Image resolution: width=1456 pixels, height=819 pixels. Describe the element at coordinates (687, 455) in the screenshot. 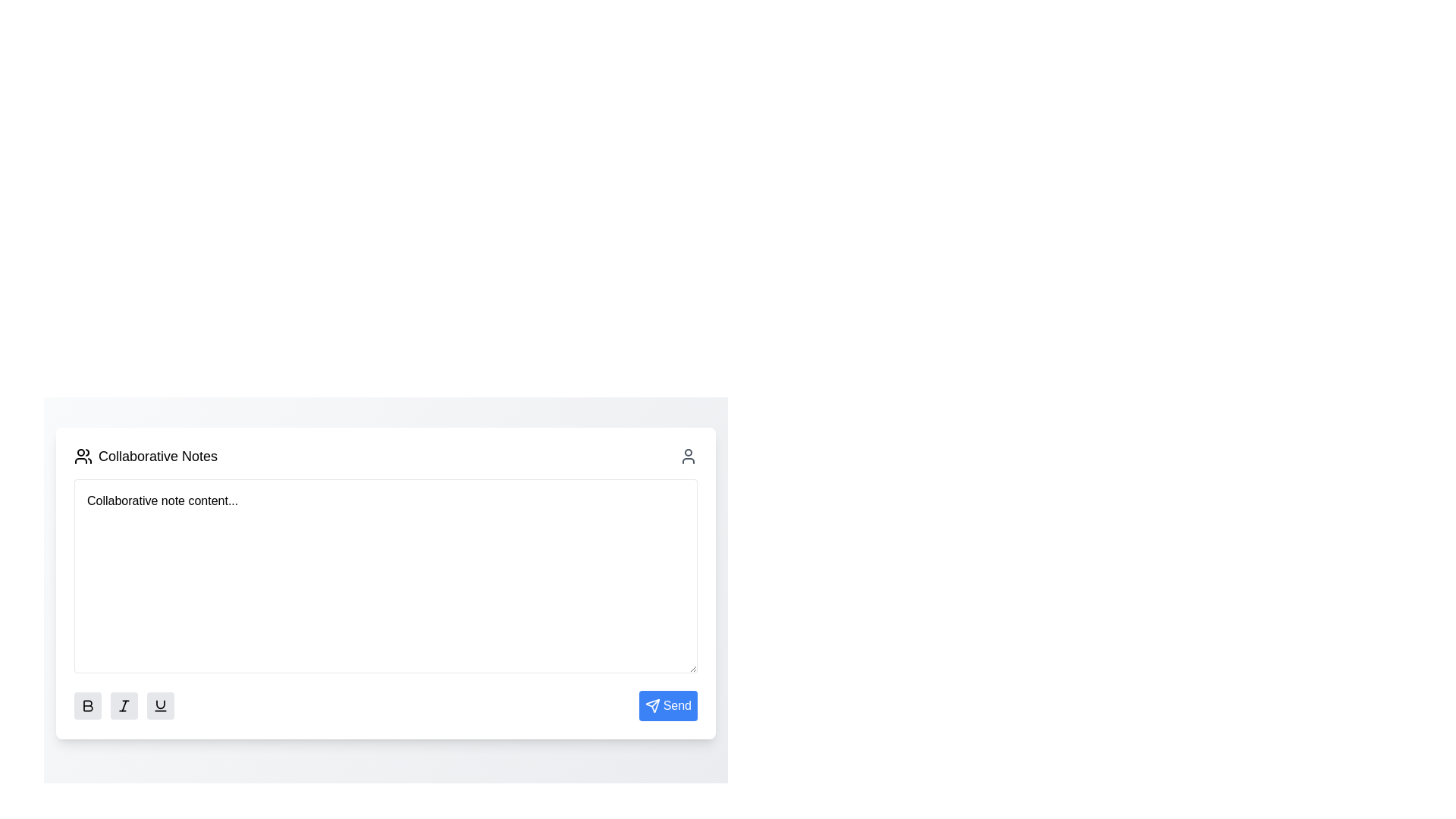

I see `the user profile icon in the top-right corner of the header bar within the 'Collaborative Notes' section` at that location.